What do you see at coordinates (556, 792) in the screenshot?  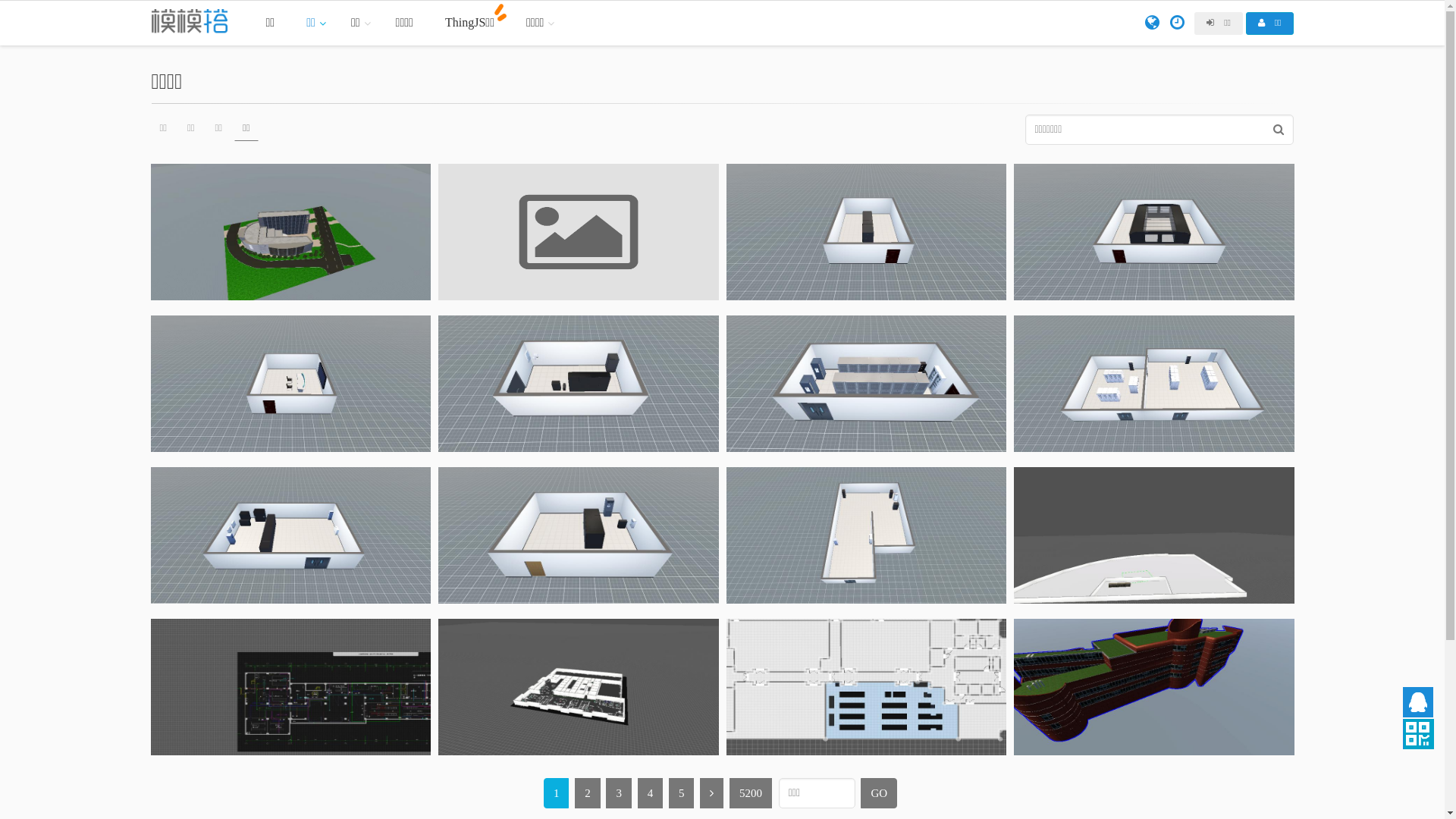 I see `'1'` at bounding box center [556, 792].